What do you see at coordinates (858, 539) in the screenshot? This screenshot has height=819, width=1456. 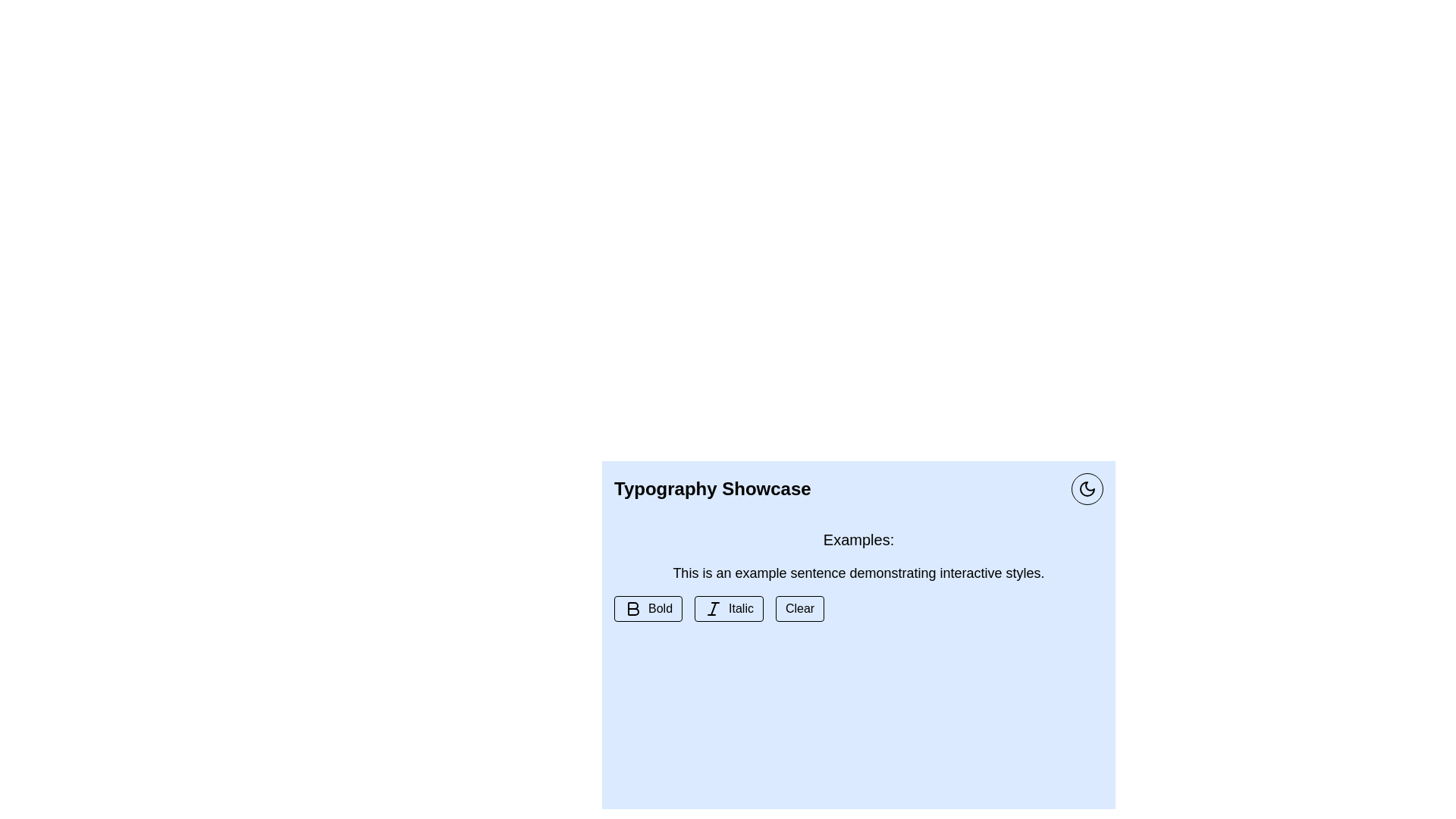 I see `the text label 'Examples:' which is styled with an extra-large font on a light blue background to trigger any potential tooltip` at bounding box center [858, 539].